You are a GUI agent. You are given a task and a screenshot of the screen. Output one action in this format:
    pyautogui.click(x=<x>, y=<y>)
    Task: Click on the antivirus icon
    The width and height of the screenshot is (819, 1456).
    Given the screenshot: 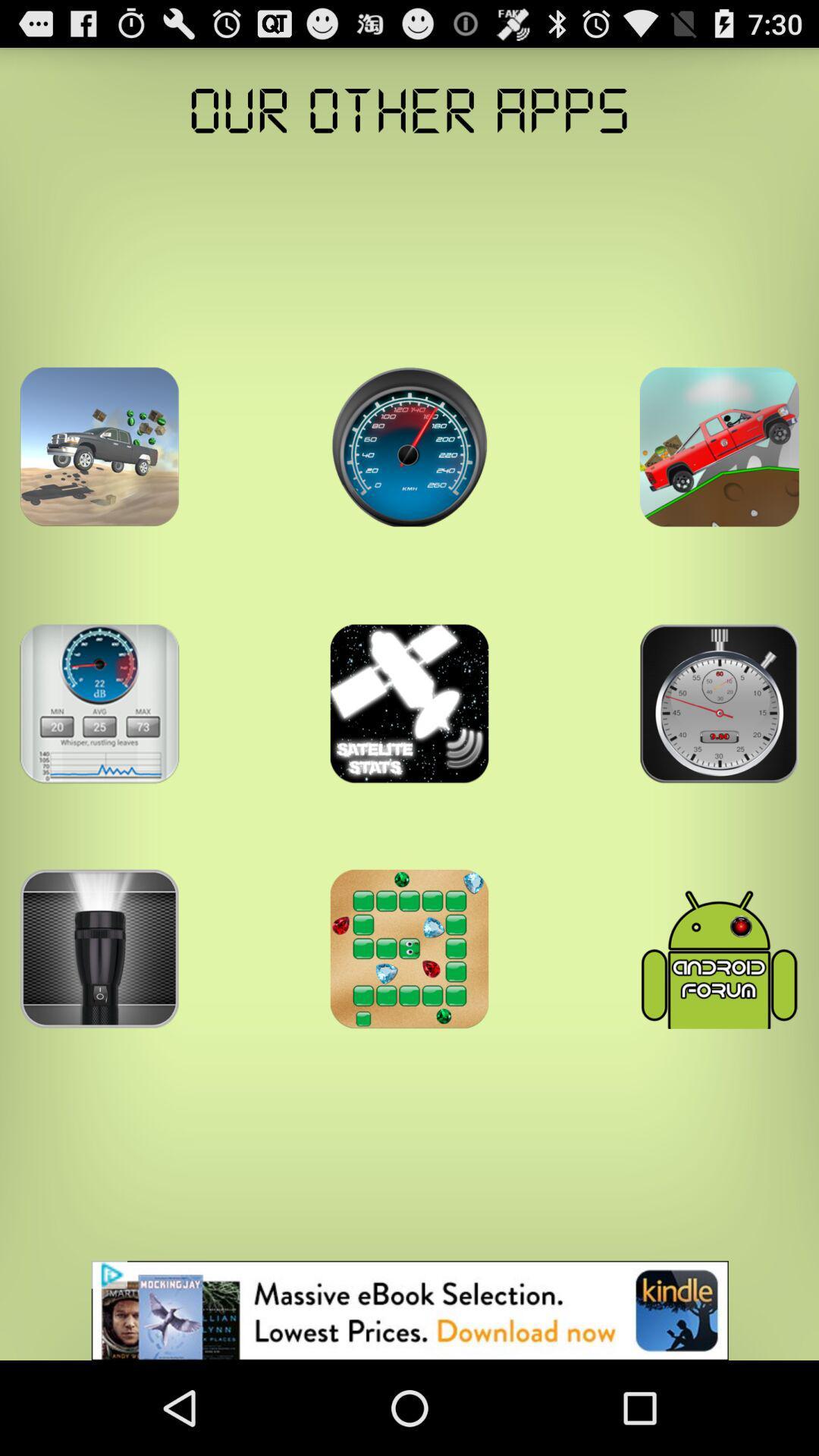 What is the action you would take?
    pyautogui.click(x=718, y=948)
    